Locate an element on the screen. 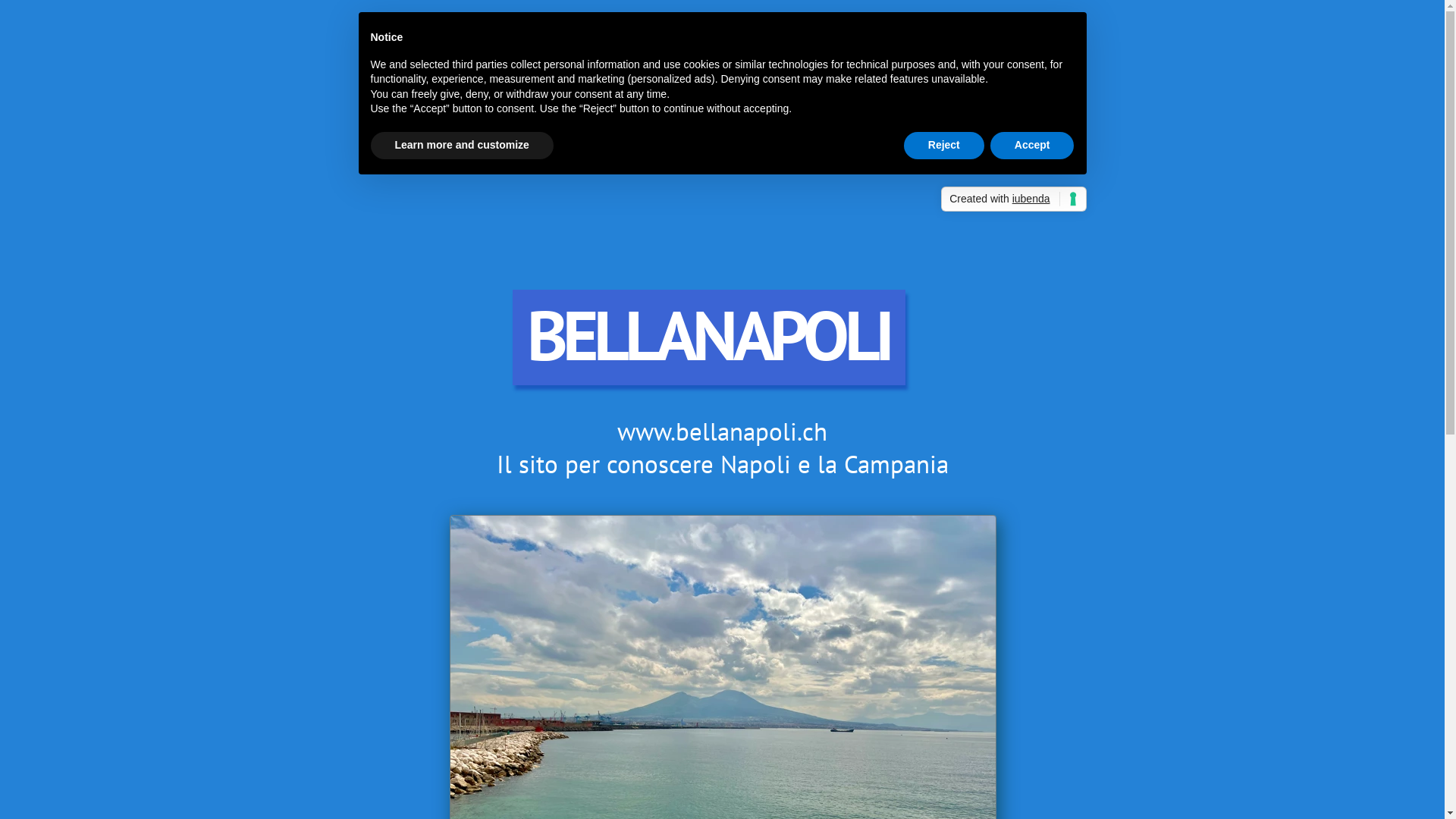  'Created with iubenda' is located at coordinates (1013, 198).